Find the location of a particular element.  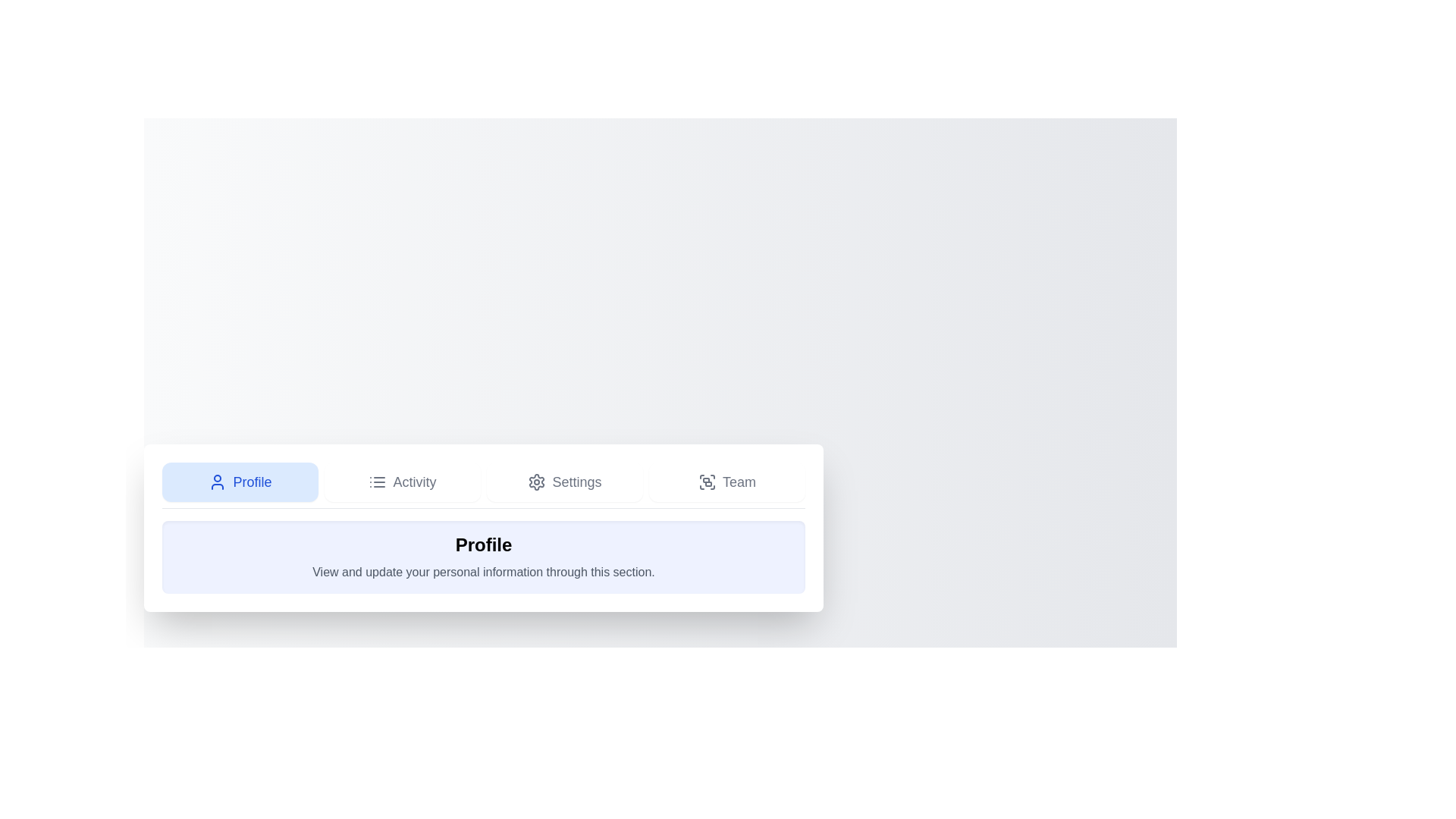

the tab labeled 'Profile' is located at coordinates (239, 482).